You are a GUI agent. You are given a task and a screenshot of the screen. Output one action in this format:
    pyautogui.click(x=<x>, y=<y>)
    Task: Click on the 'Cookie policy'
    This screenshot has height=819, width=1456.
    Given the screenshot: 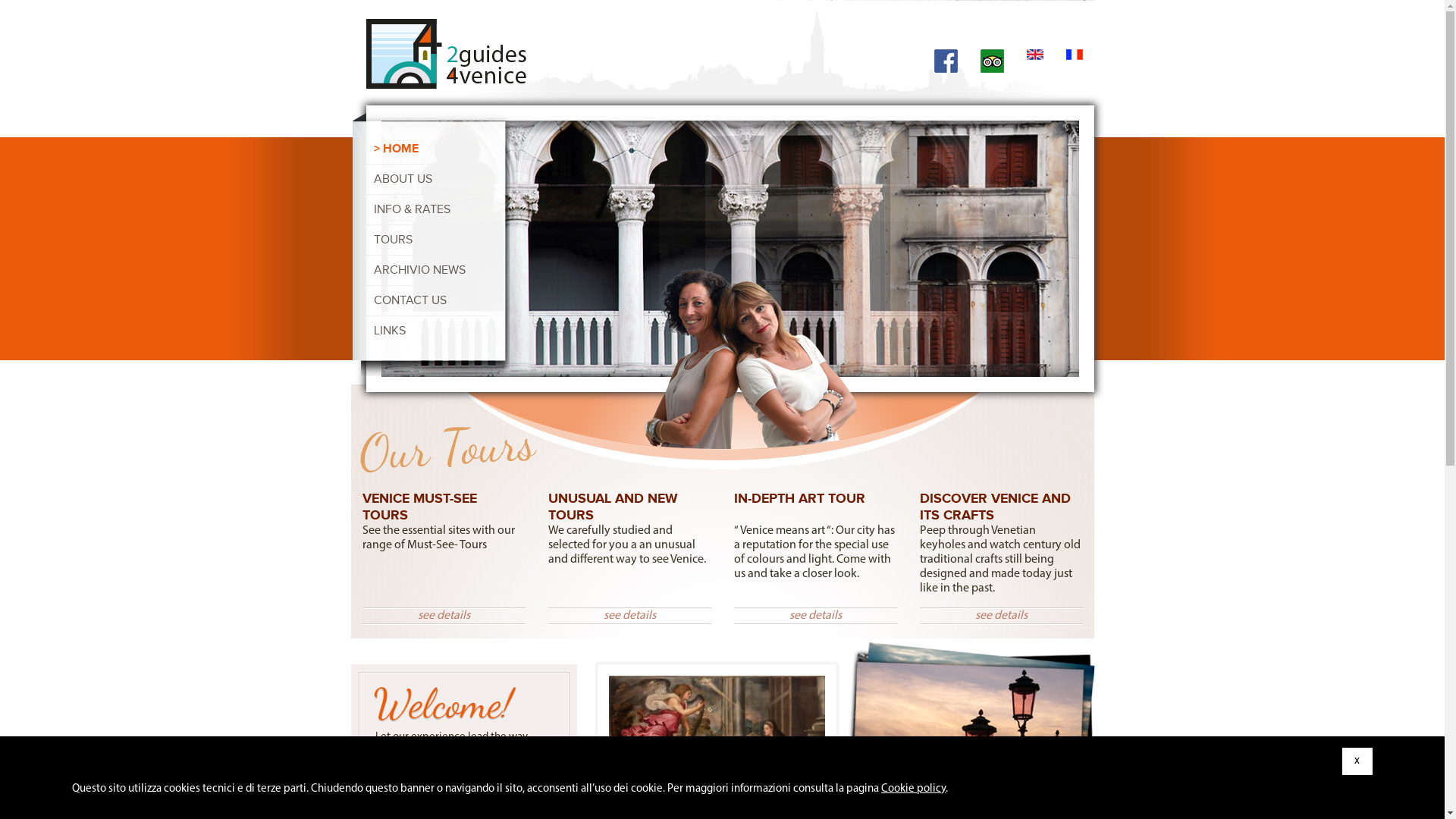 What is the action you would take?
    pyautogui.click(x=912, y=788)
    